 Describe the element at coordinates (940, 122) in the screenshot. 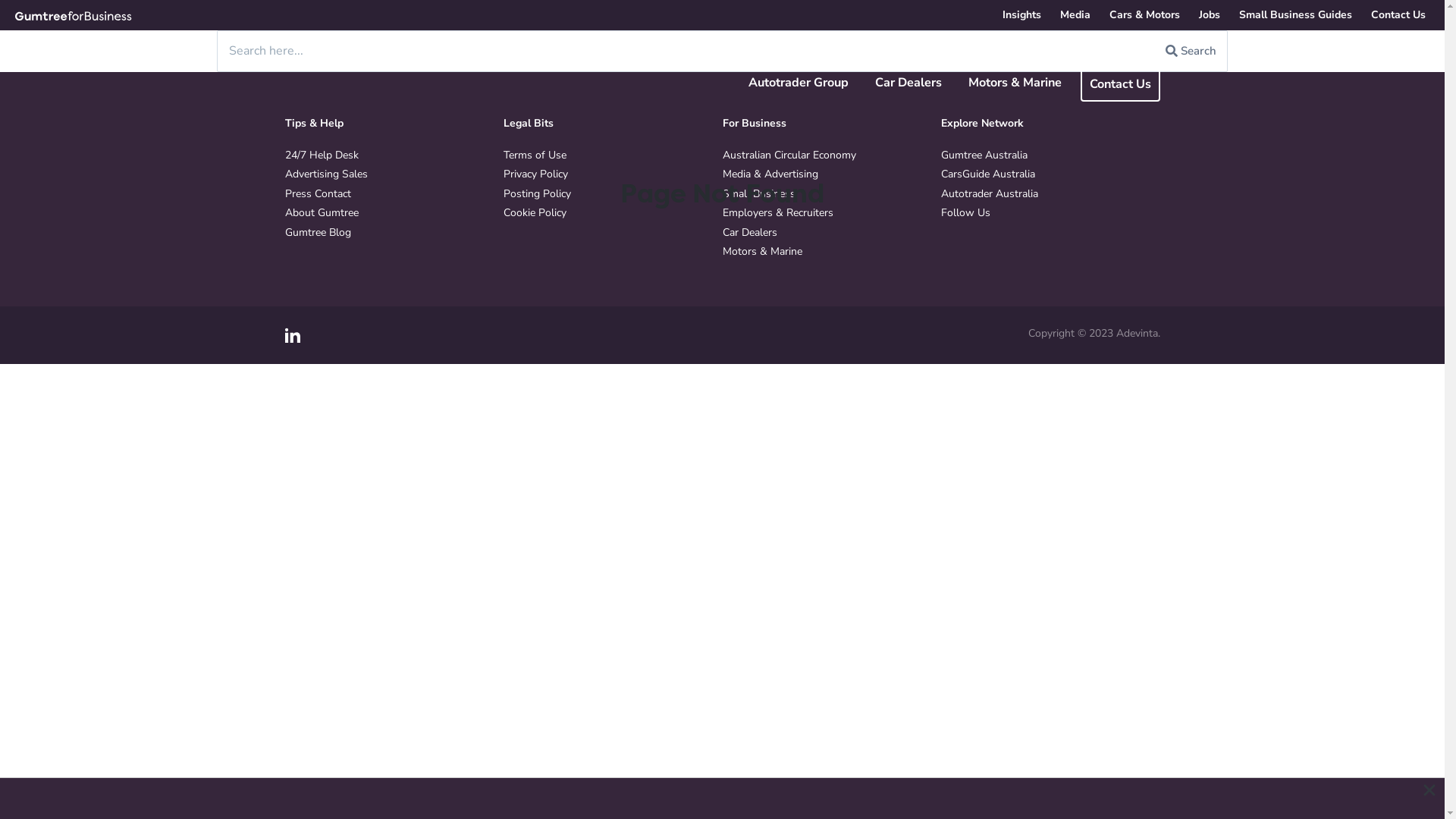

I see `'Explore Network'` at that location.